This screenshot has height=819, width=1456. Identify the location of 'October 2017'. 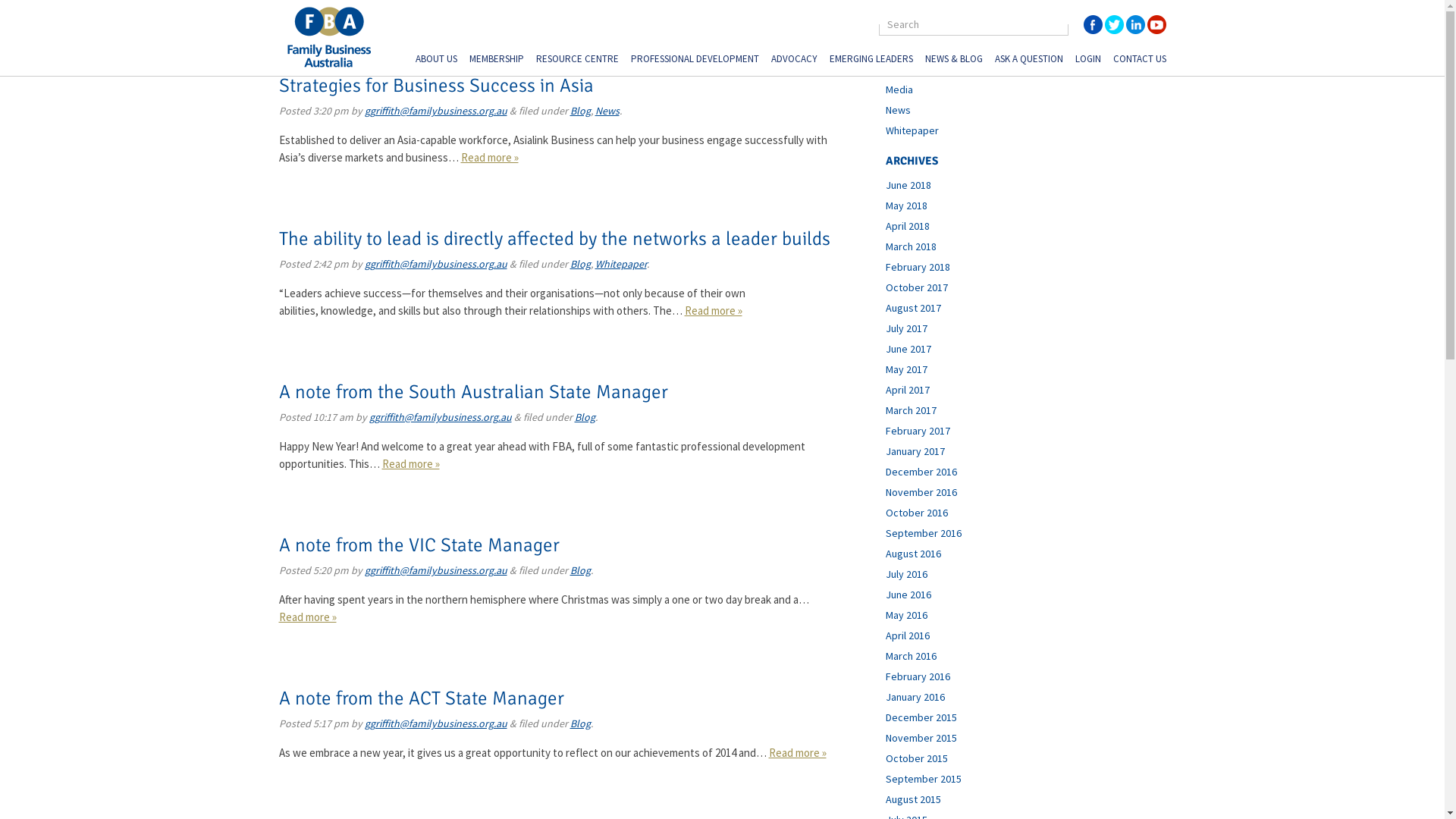
(916, 287).